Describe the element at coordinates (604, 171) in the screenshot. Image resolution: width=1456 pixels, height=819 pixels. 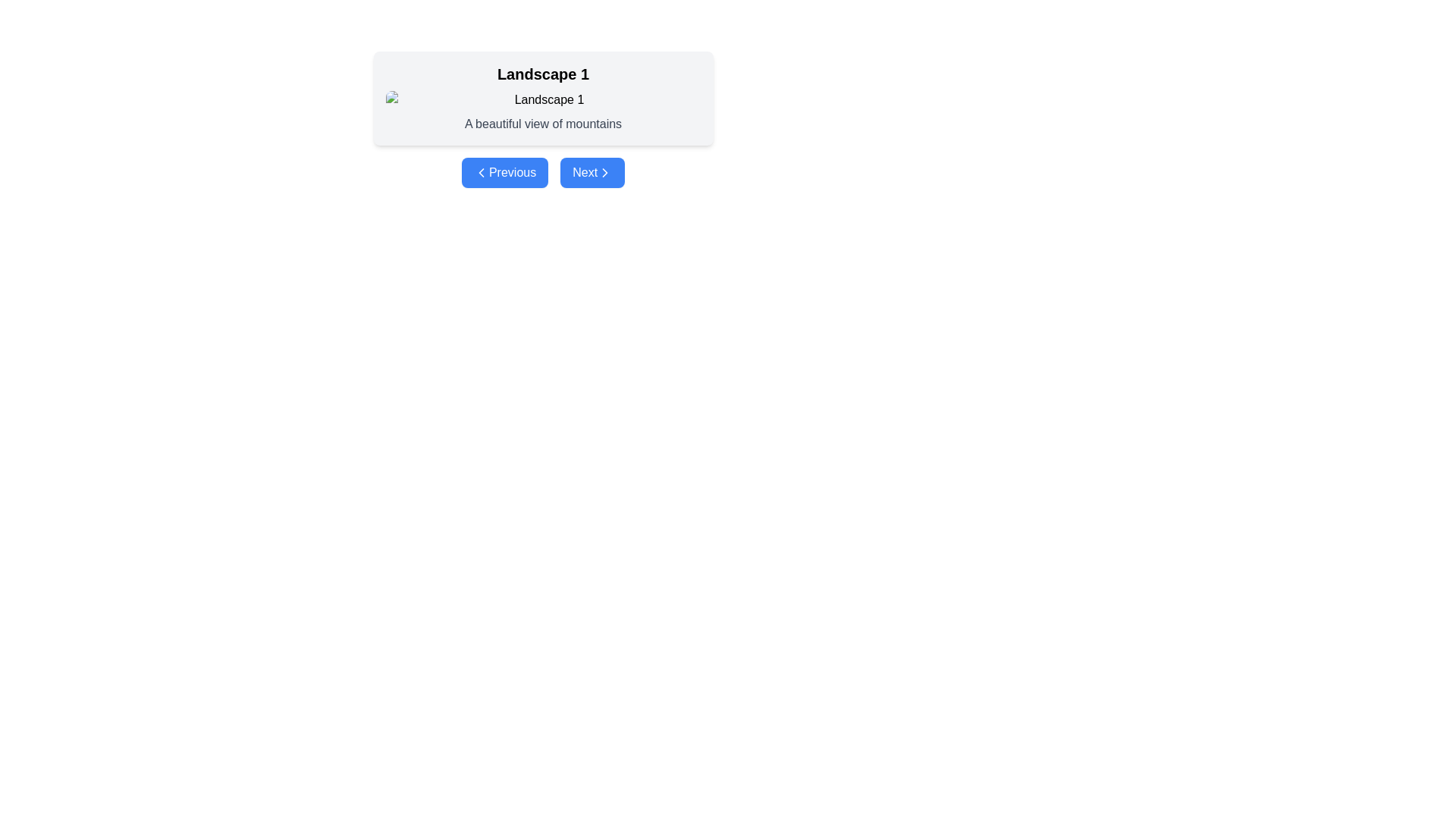
I see `the icon located on the far-right edge of the 'Next' button in the navigation panel below 'Landscape 1'` at that location.